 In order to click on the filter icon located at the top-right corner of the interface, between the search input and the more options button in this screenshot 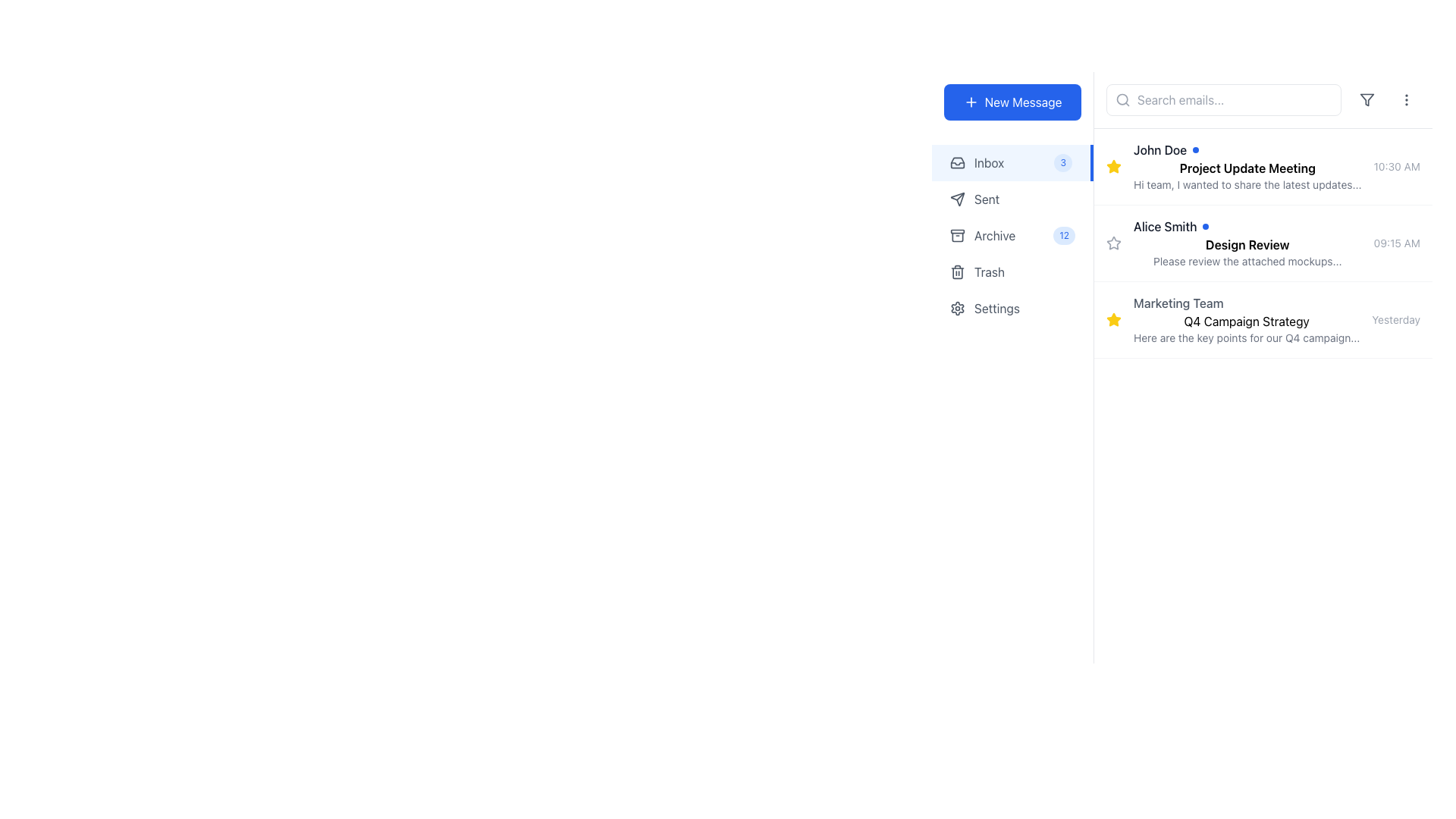, I will do `click(1367, 99)`.